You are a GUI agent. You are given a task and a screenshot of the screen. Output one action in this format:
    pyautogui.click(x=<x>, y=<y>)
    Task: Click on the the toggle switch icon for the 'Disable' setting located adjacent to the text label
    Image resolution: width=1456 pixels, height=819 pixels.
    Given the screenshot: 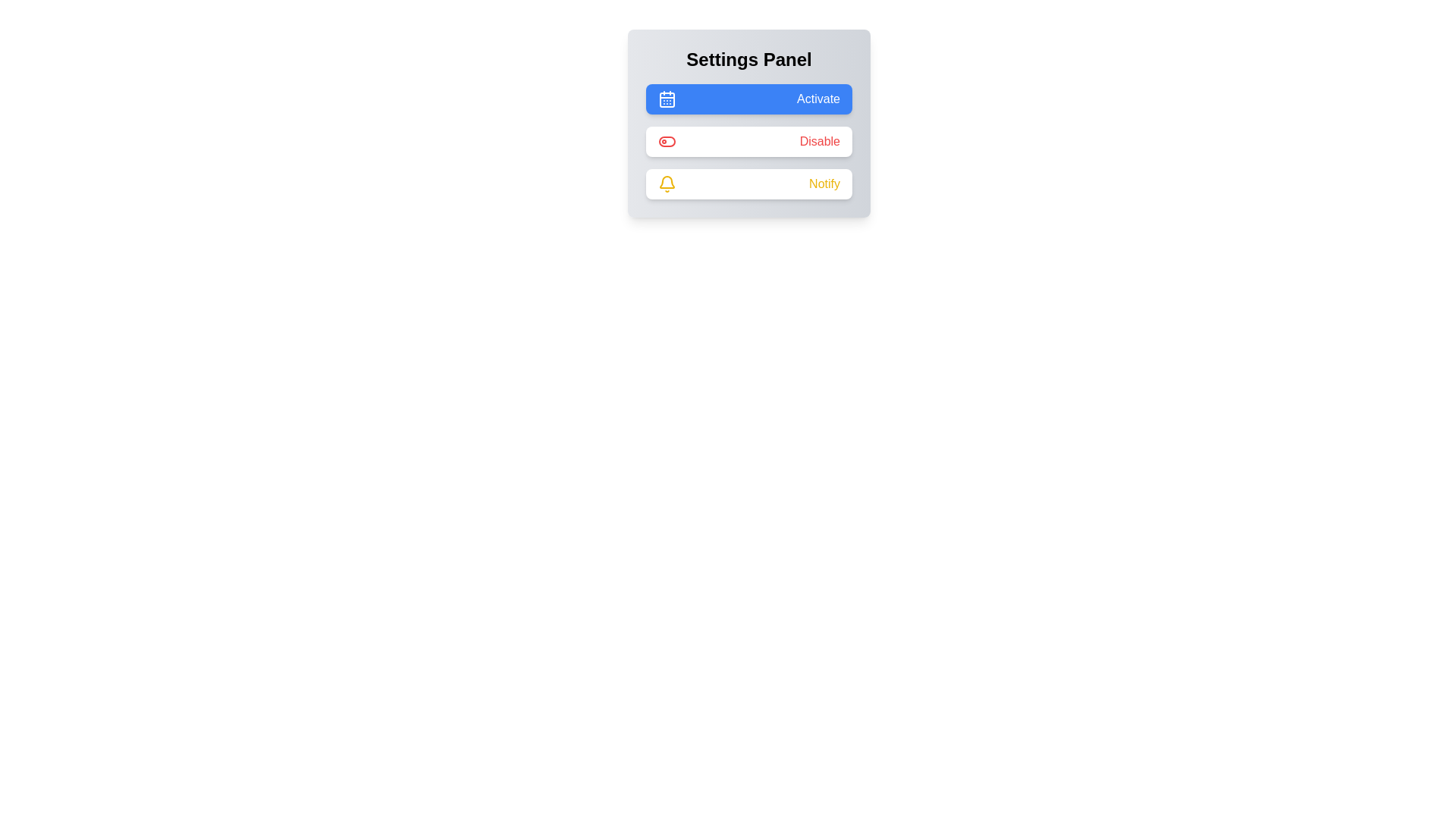 What is the action you would take?
    pyautogui.click(x=667, y=141)
    